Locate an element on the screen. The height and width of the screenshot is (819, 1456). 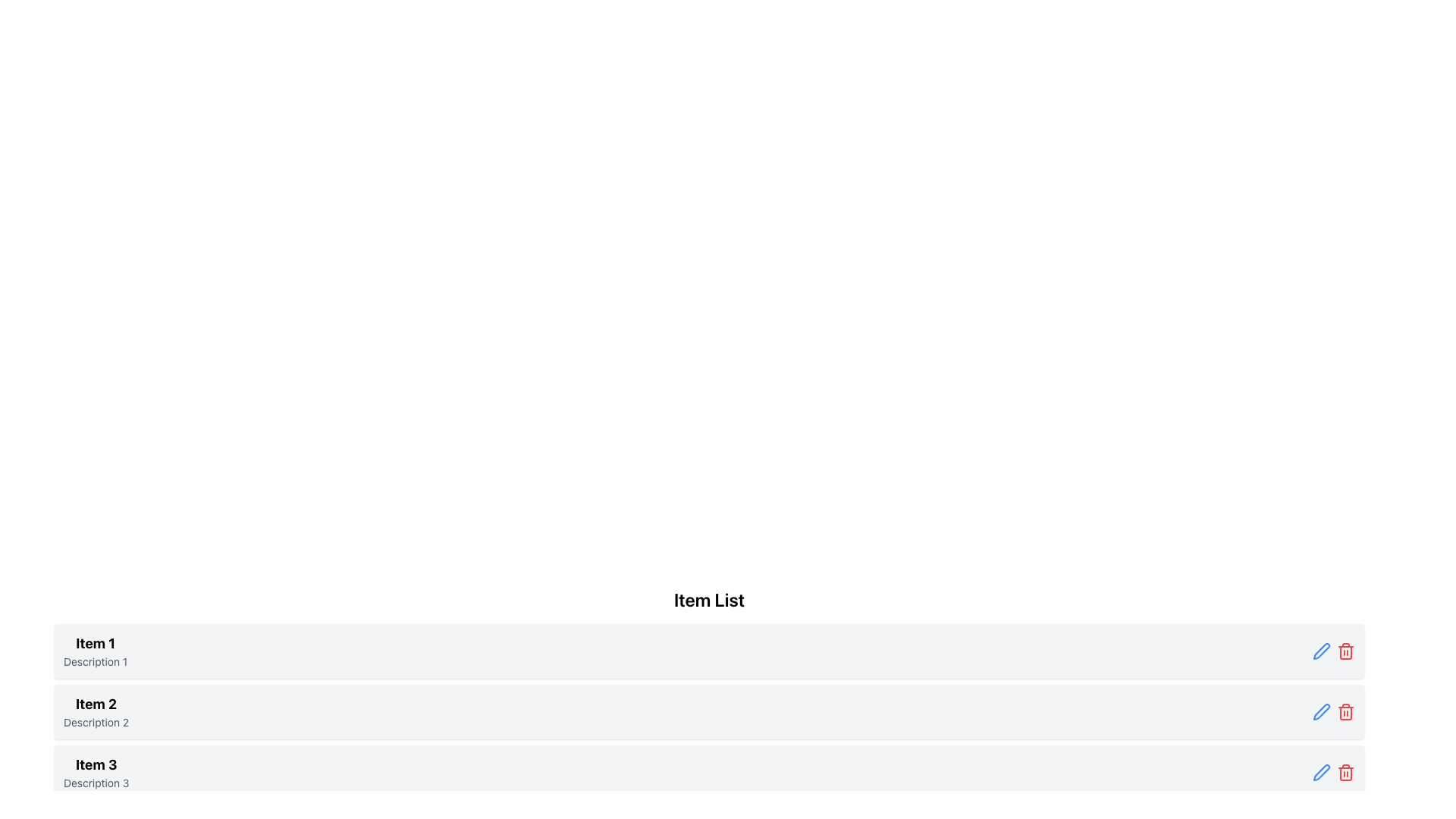
the text label 'Item 2', which is bold and located in the second row of a vertically aligned list, positioned above 'Description 2' and below 'Item 1' is located at coordinates (96, 704).